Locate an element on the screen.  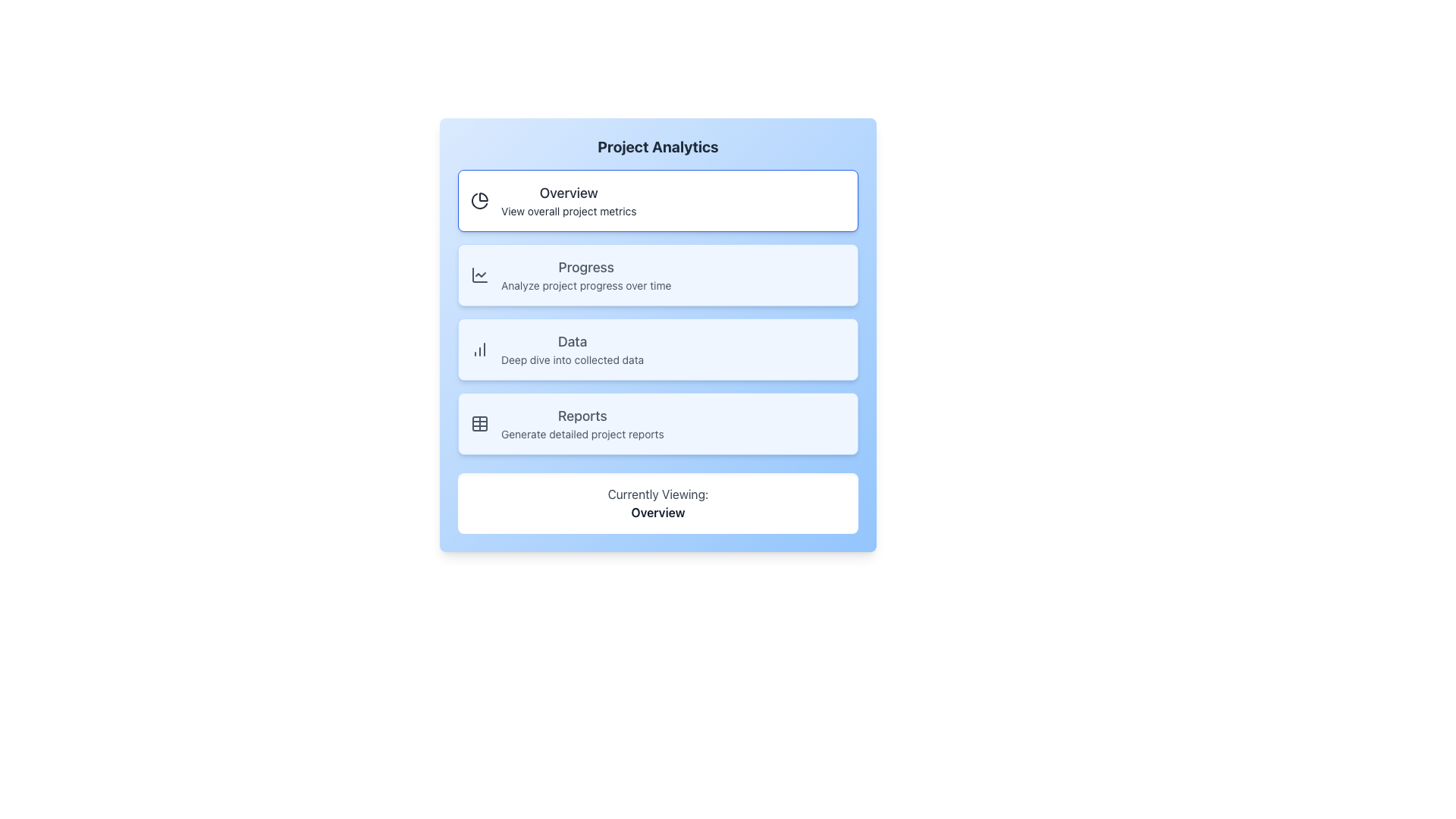
the 'Reports' menu item in the Project Analytics navigation menu is located at coordinates (582, 424).